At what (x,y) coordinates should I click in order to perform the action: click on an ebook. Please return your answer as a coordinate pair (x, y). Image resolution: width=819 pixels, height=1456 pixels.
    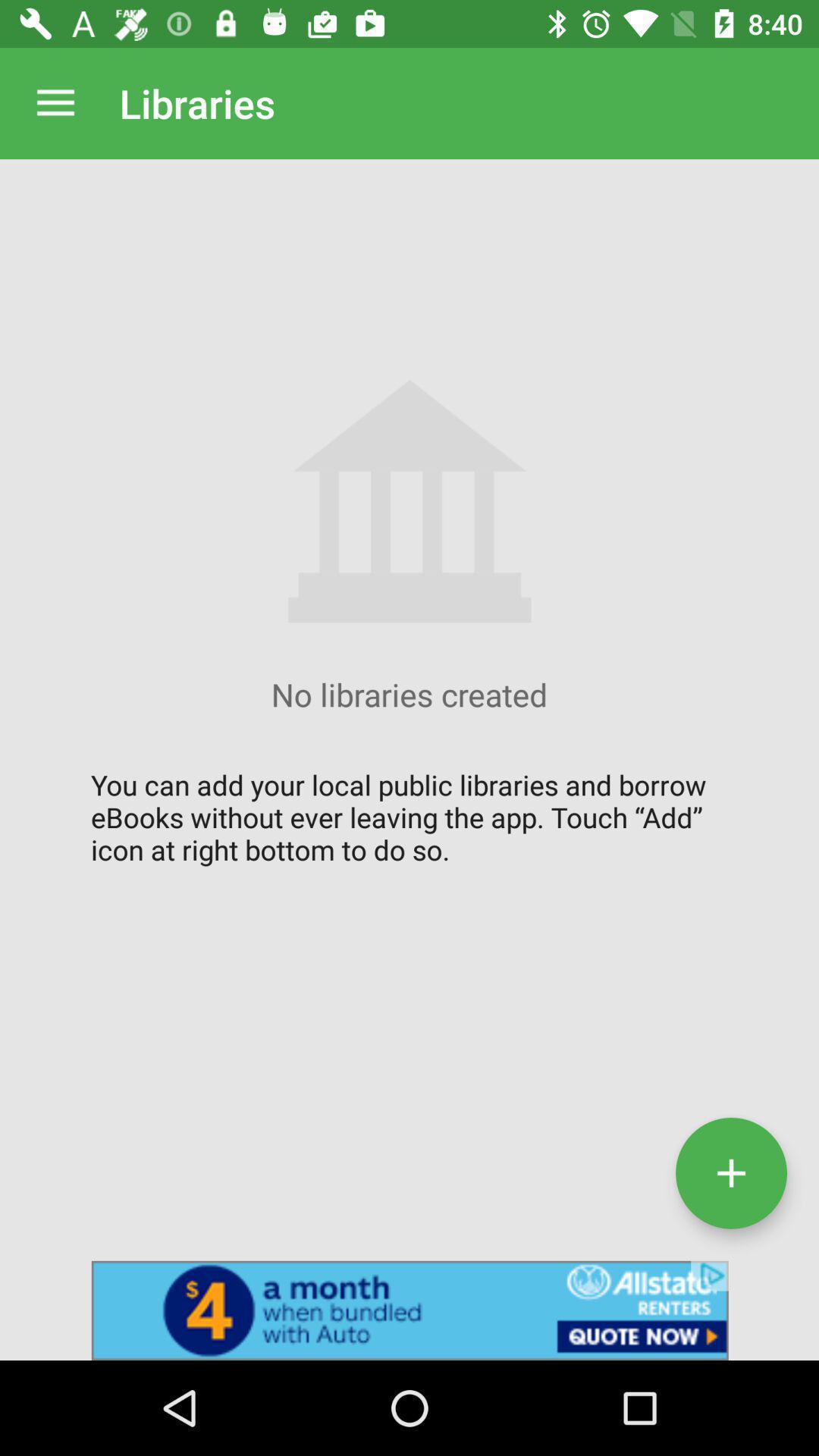
    Looking at the image, I should click on (730, 1172).